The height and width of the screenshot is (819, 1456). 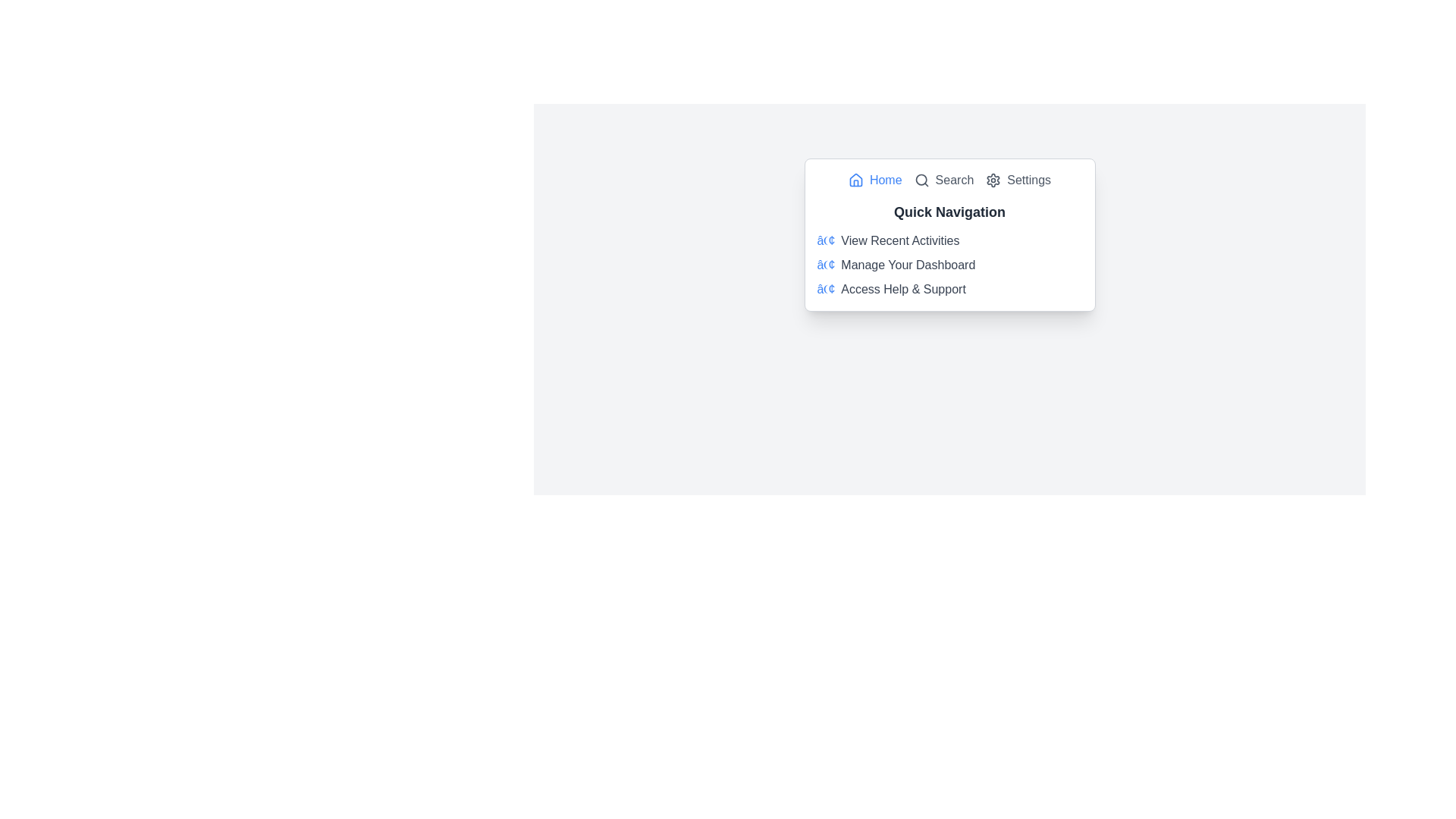 I want to click on the blue bullet point icon located to the left of the text 'Manage Your Dashboard', so click(x=825, y=265).